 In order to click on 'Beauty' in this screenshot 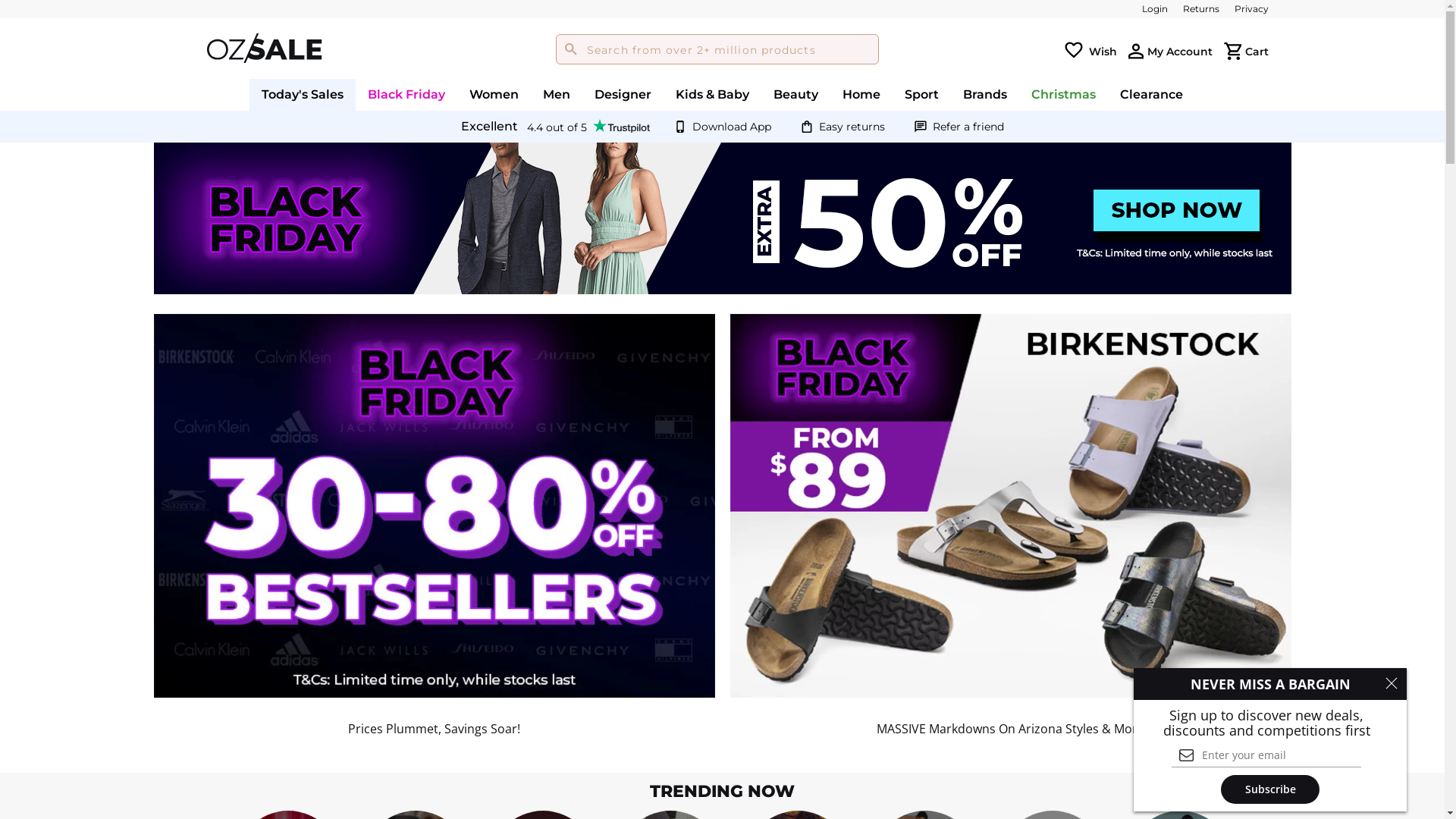, I will do `click(795, 94)`.